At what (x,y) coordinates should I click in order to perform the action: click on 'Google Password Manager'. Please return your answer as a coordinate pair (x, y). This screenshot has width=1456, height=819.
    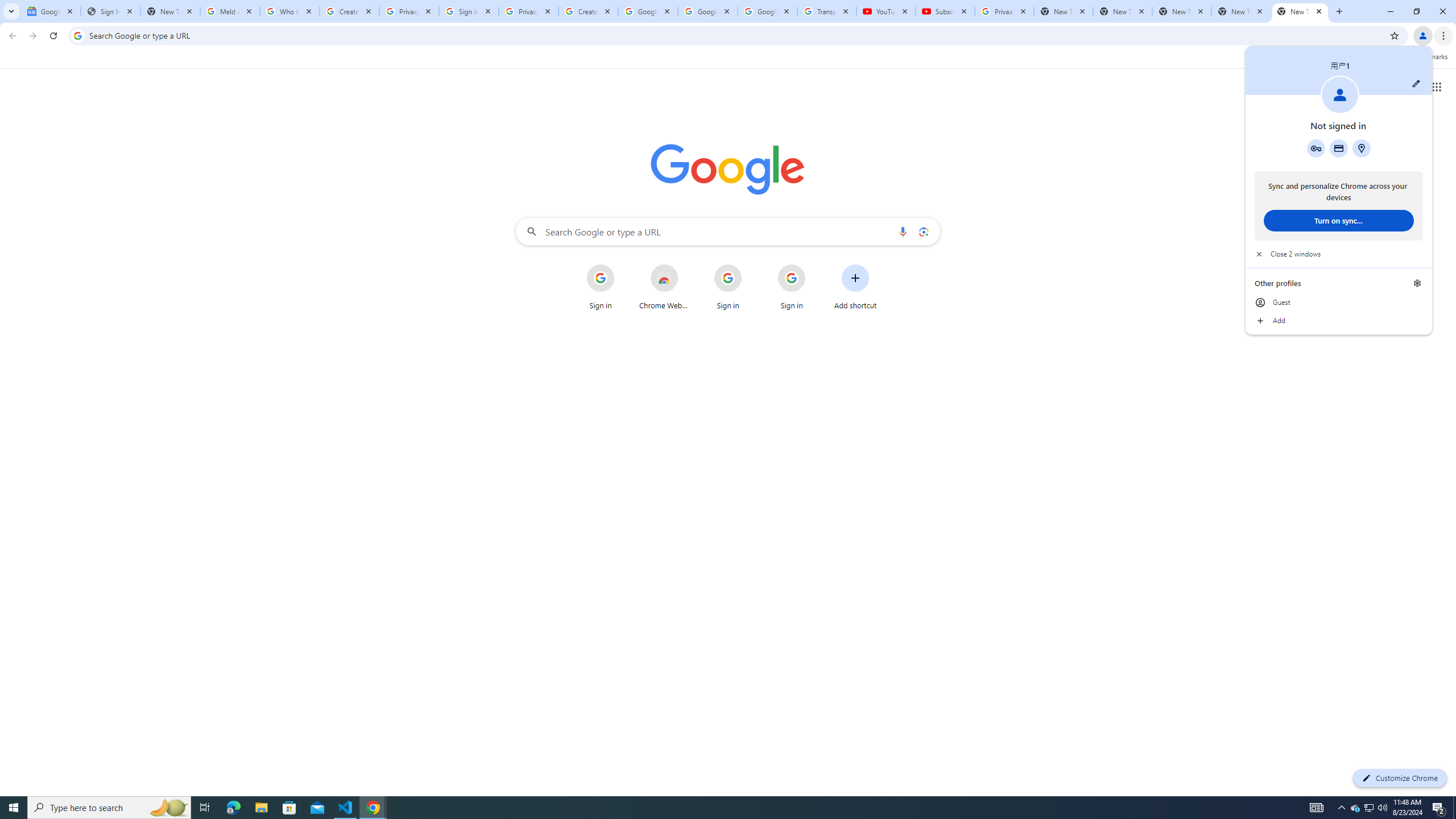
    Looking at the image, I should click on (1316, 148).